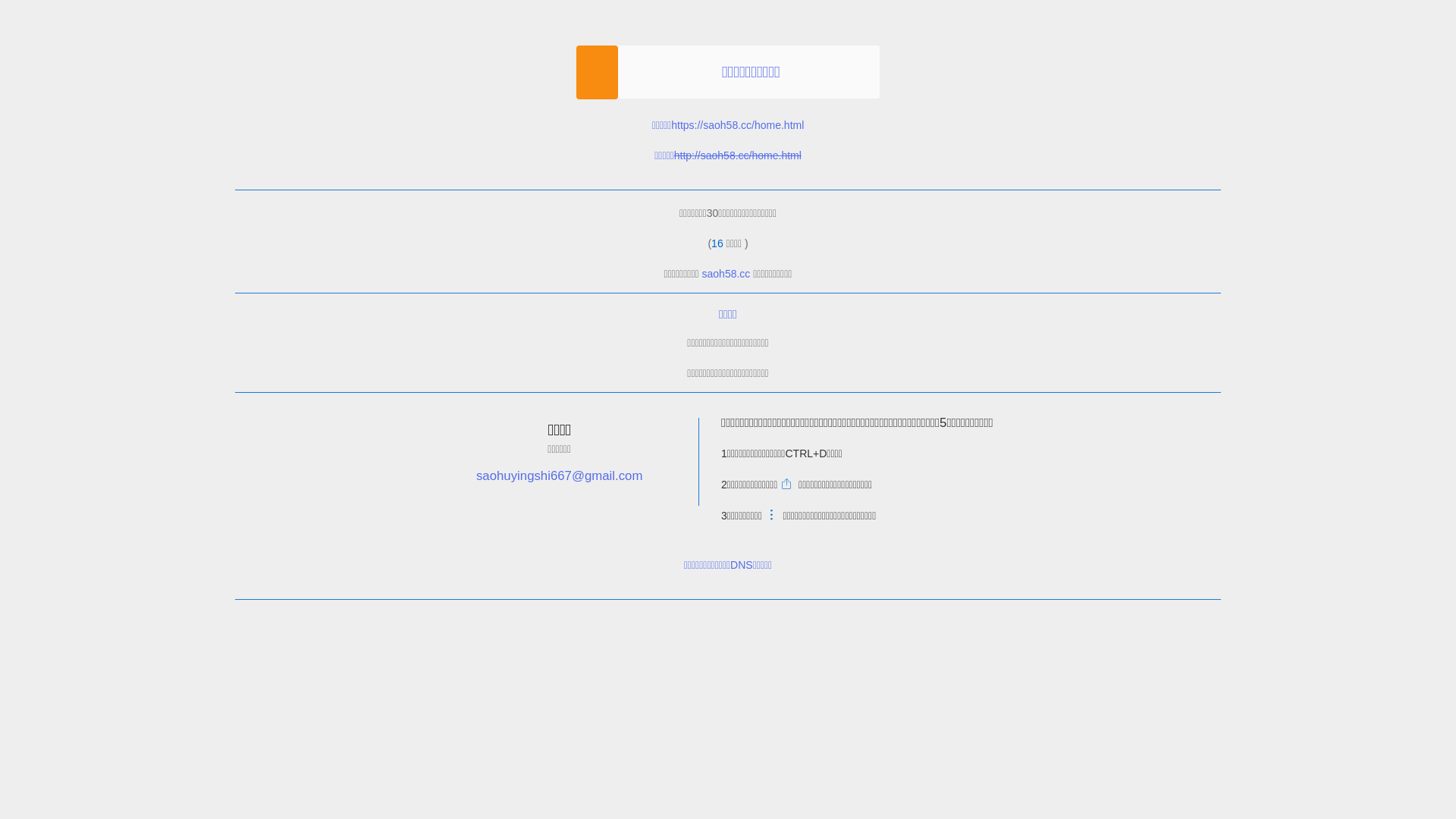 Image resolution: width=1456 pixels, height=819 pixels. Describe the element at coordinates (726, 274) in the screenshot. I see `'saoh58.cc'` at that location.